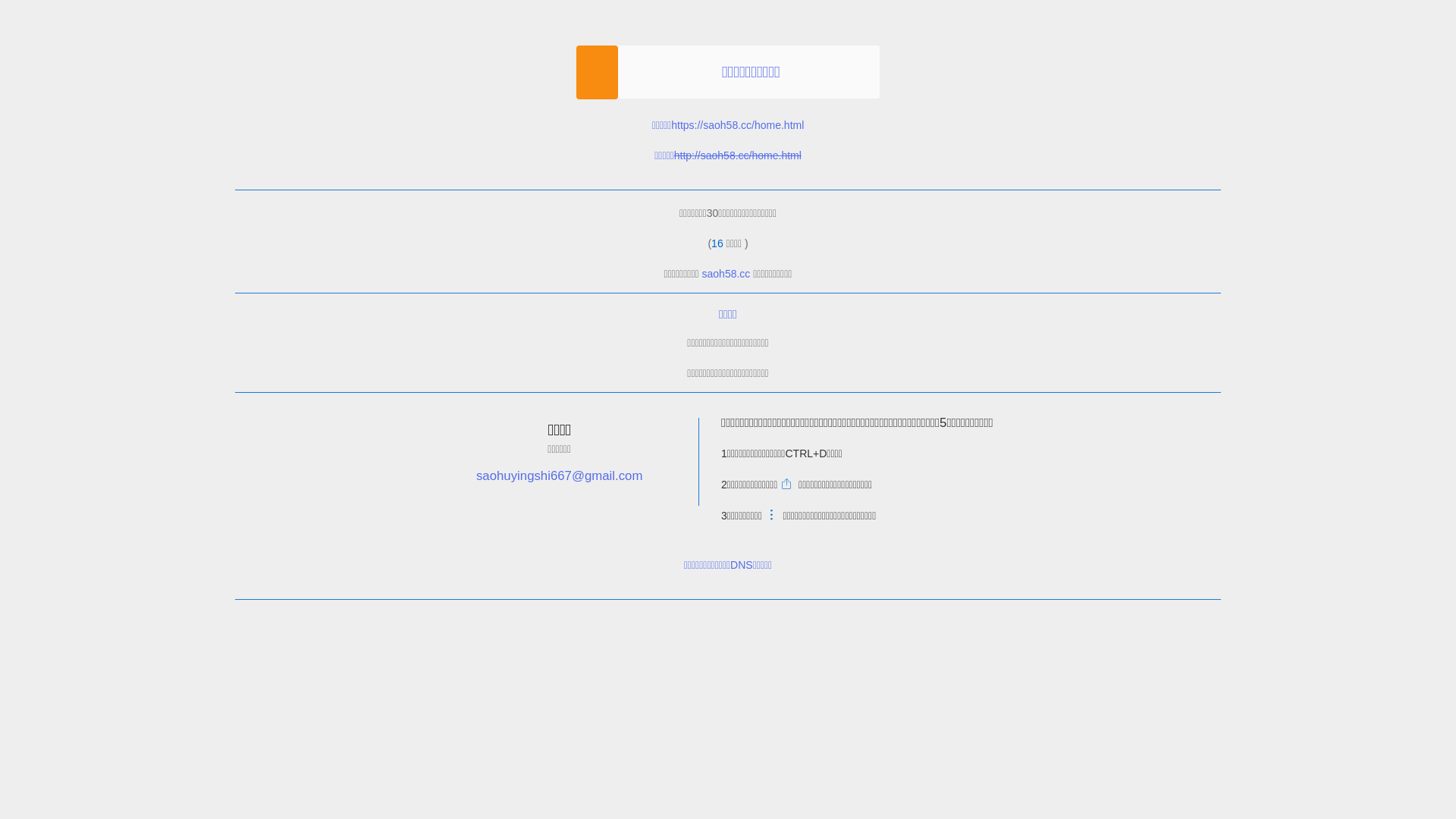 Image resolution: width=1456 pixels, height=819 pixels. Describe the element at coordinates (726, 274) in the screenshot. I see `'saoh58.cc'` at that location.